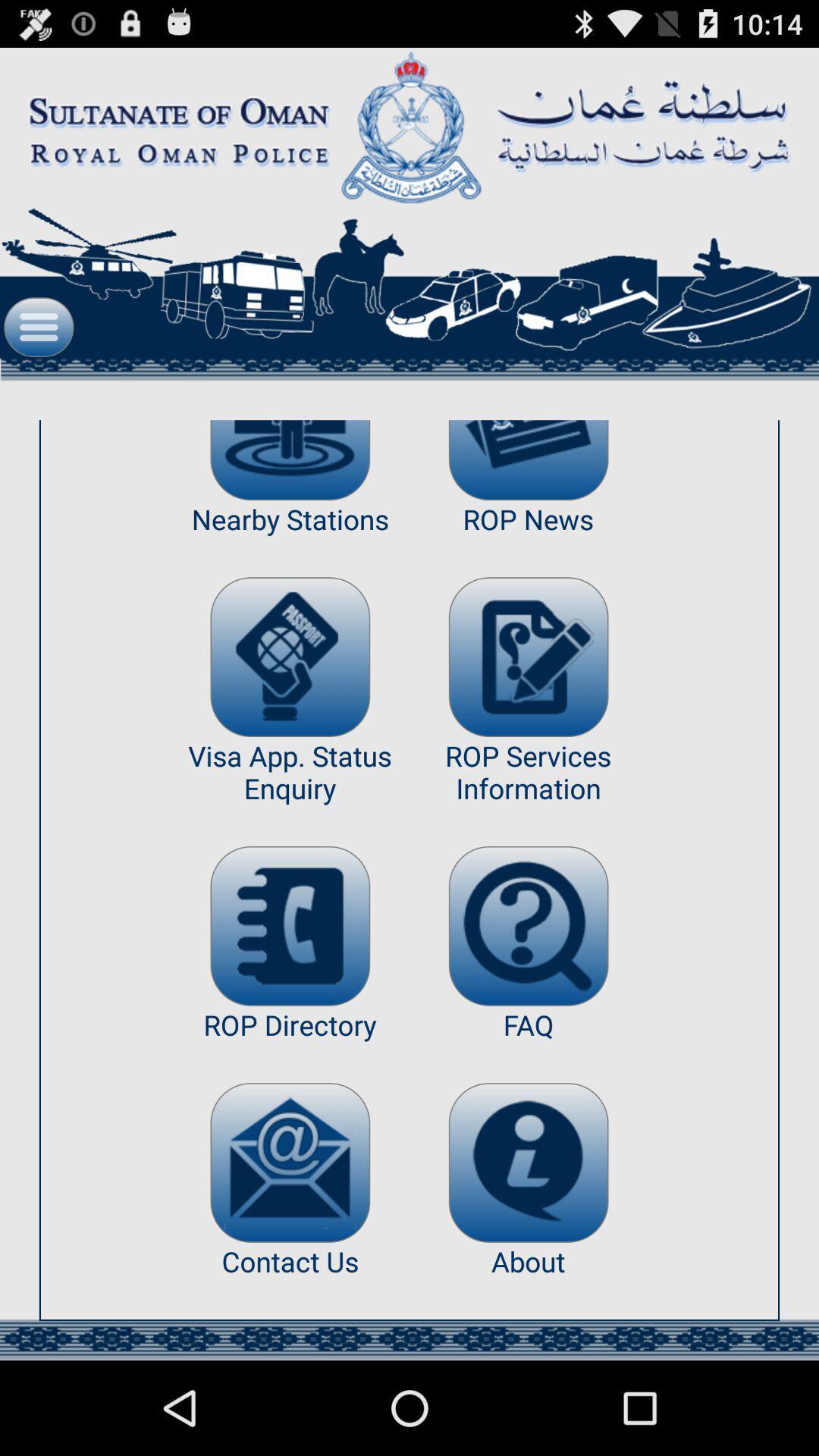  What do you see at coordinates (290, 657) in the screenshot?
I see `the app to the left of the rop news item` at bounding box center [290, 657].